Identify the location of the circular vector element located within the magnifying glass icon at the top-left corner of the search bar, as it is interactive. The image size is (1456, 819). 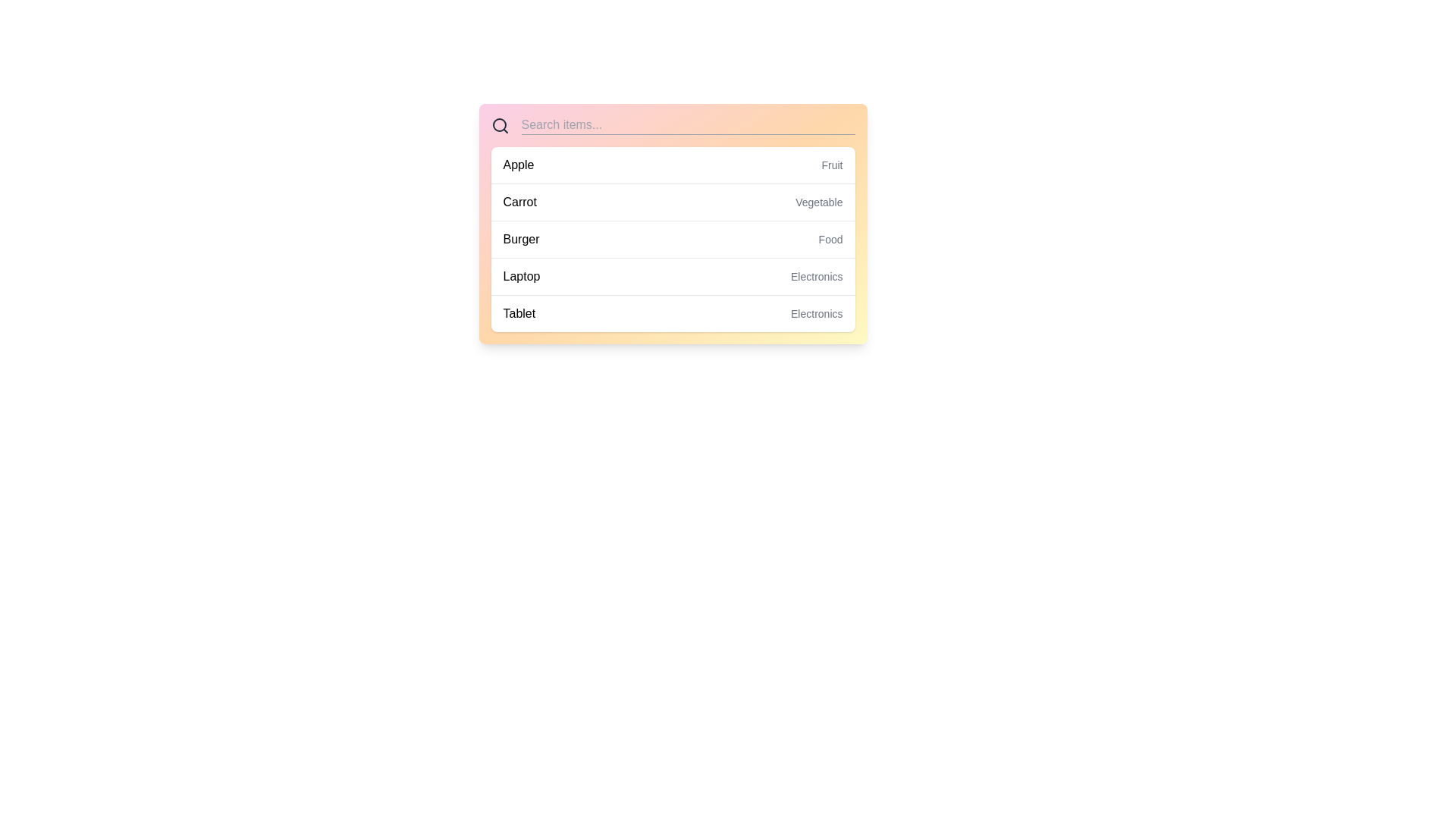
(499, 124).